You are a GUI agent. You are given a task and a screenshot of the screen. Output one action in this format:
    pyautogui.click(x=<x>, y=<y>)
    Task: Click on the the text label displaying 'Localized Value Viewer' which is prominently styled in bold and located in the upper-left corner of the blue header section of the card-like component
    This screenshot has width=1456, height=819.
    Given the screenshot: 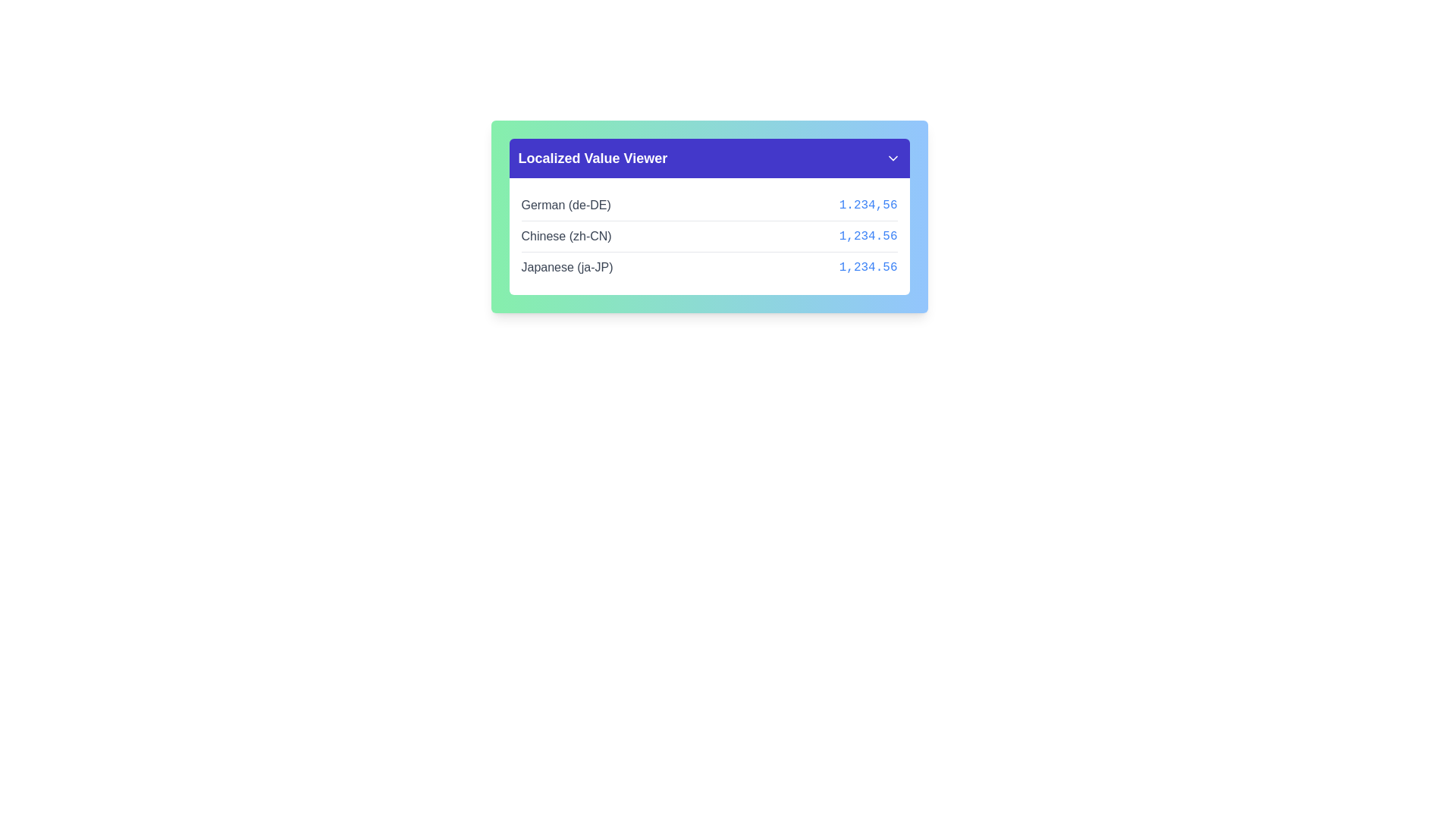 What is the action you would take?
    pyautogui.click(x=591, y=158)
    